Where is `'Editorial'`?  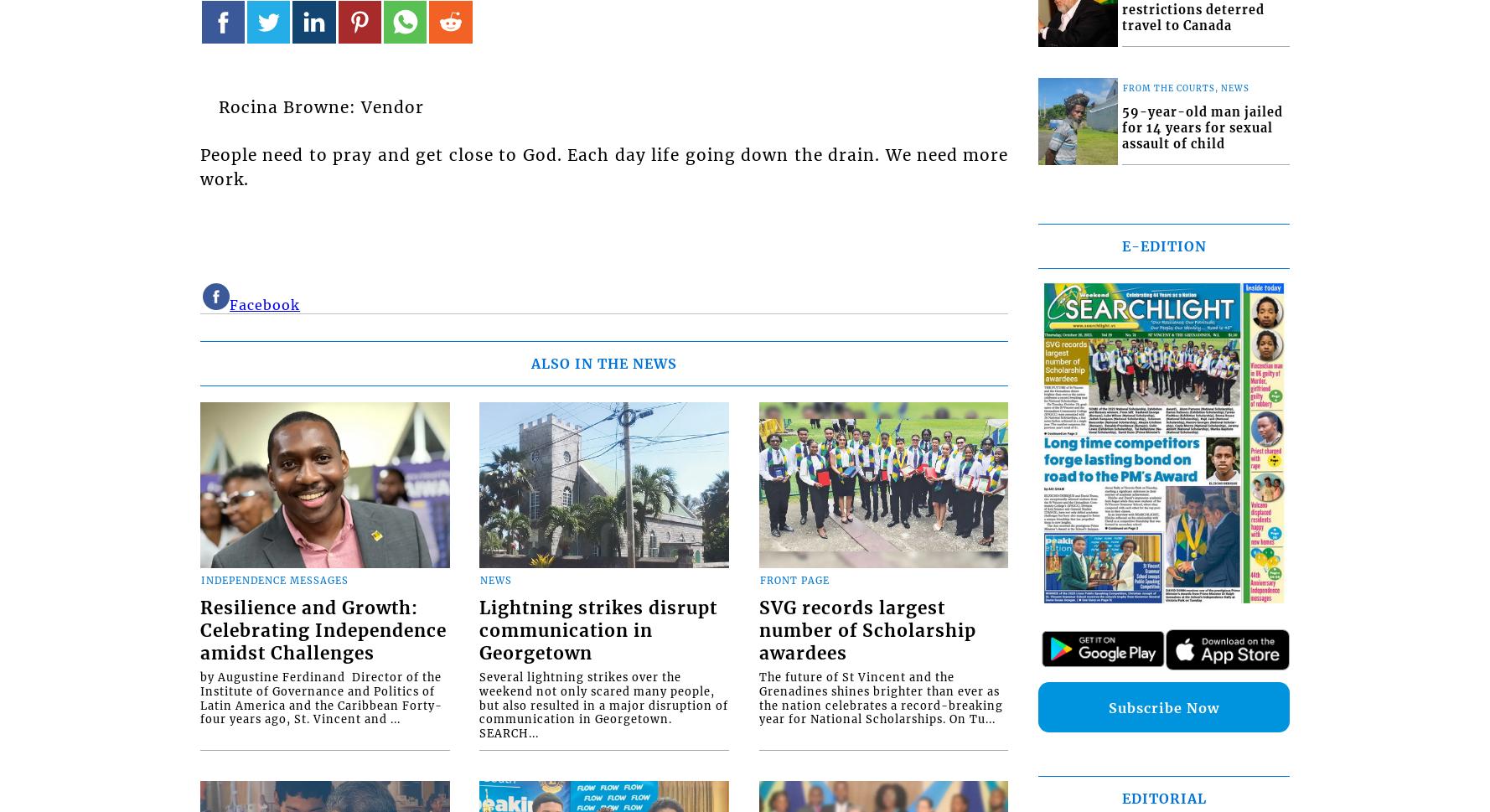
'Editorial' is located at coordinates (1162, 798).